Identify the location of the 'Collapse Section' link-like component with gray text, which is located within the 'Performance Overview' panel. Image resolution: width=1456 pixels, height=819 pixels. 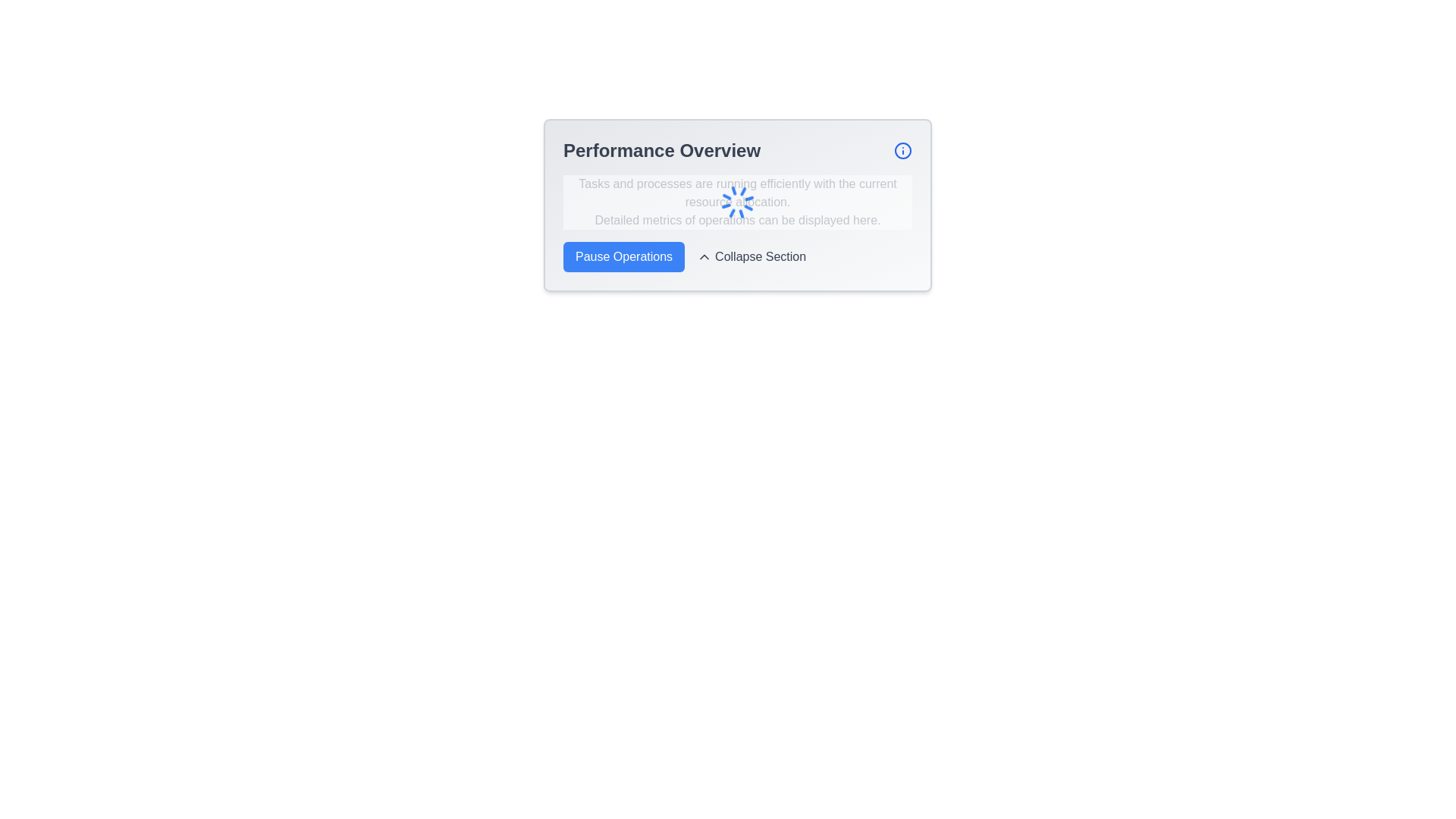
(738, 256).